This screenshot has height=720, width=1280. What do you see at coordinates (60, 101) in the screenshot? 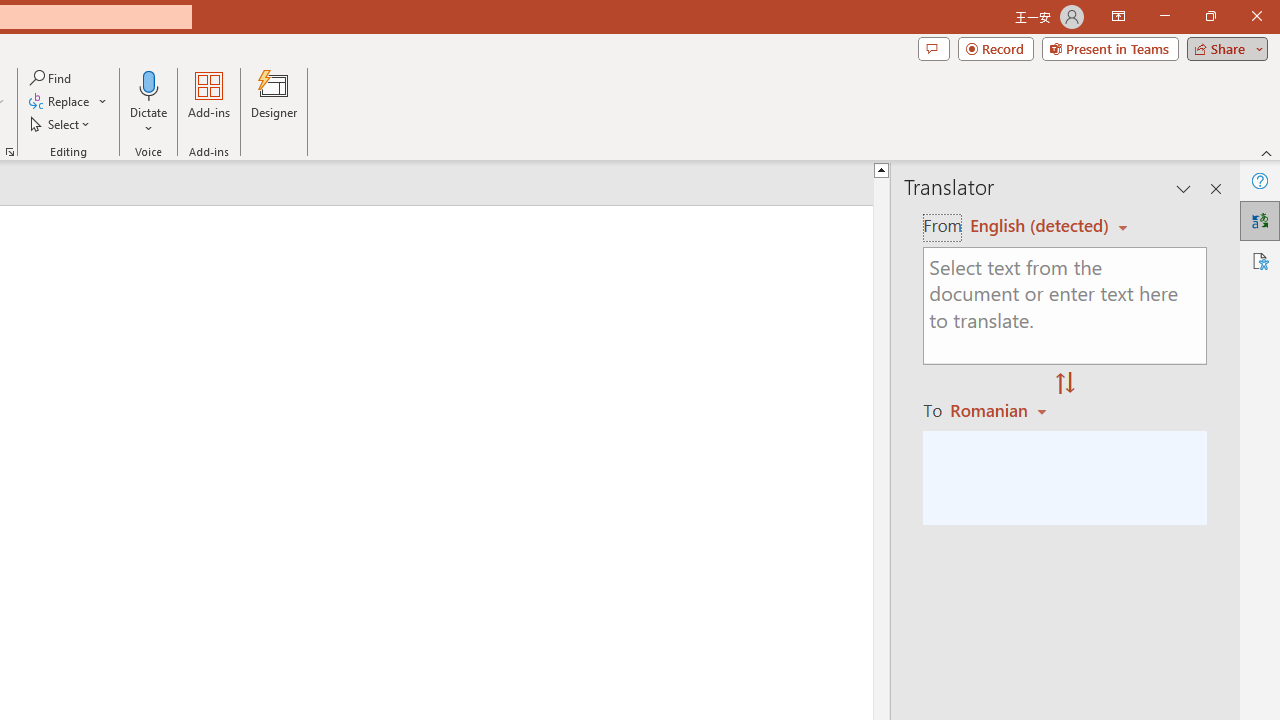
I see `'Replace...'` at bounding box center [60, 101].